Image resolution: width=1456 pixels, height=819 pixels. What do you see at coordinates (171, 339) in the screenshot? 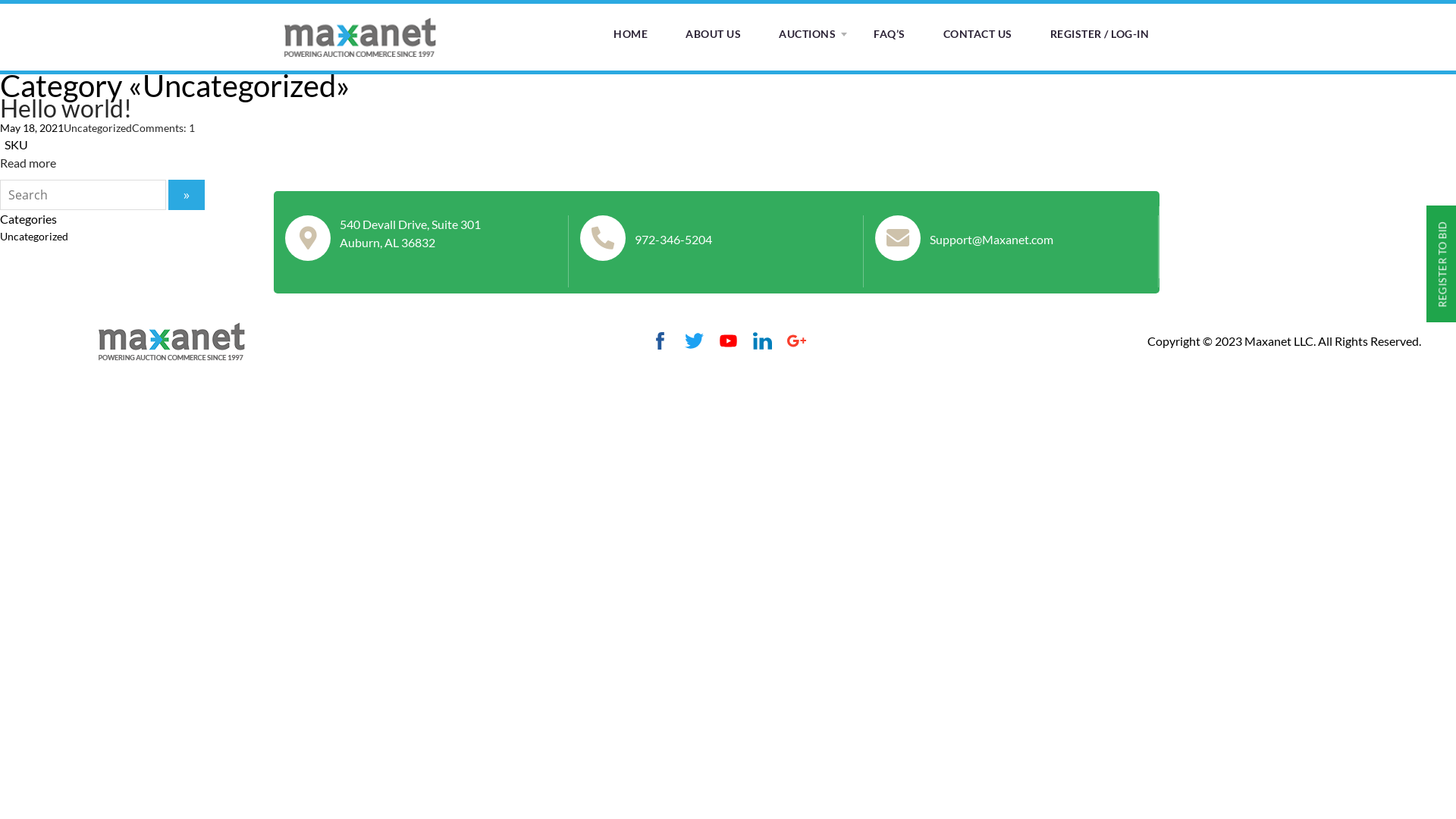
I see `'cropped-logo.png'` at bounding box center [171, 339].